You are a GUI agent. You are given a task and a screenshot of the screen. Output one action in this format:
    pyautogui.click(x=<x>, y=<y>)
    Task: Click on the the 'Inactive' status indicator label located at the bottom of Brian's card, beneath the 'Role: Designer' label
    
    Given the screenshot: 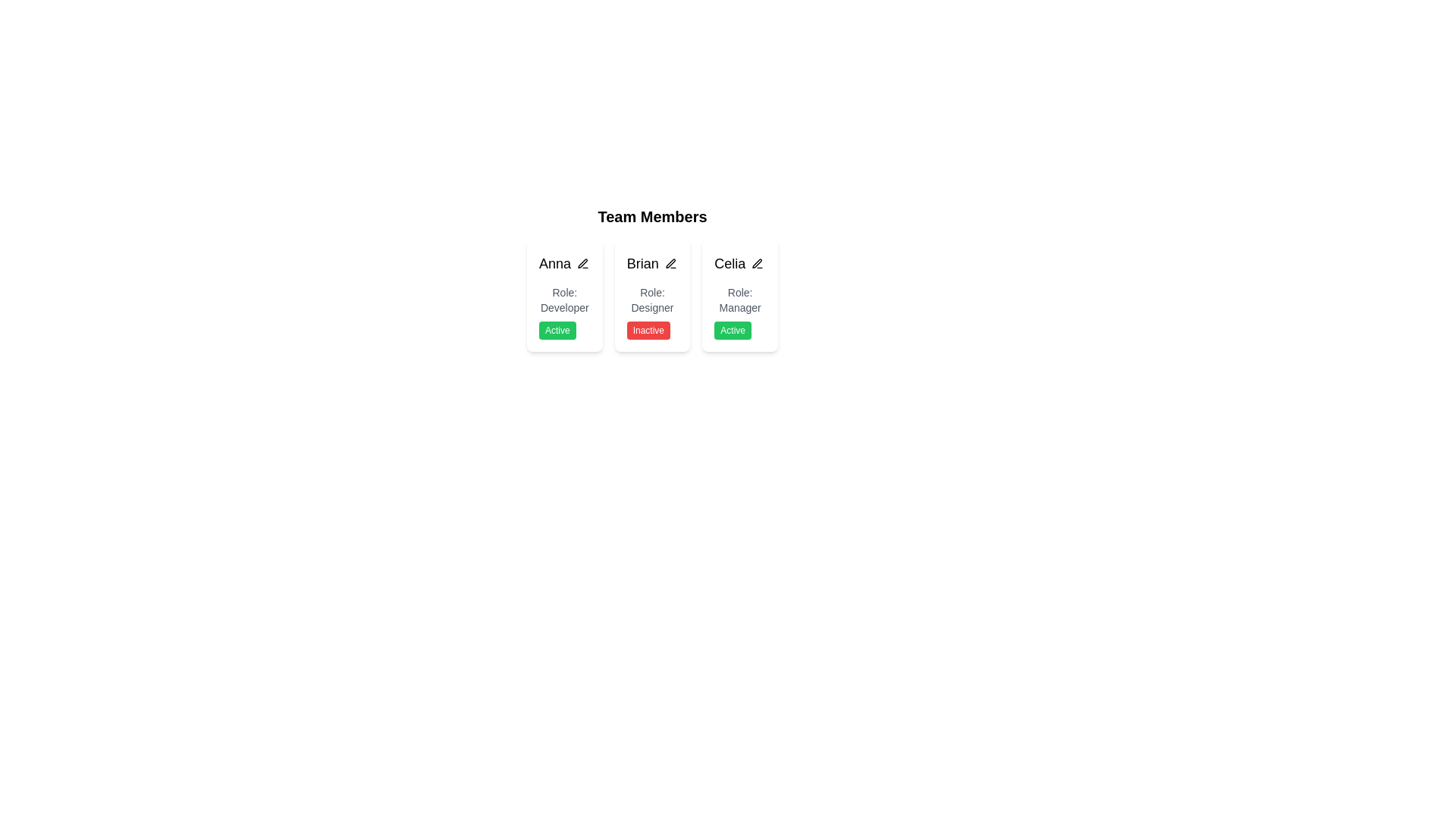 What is the action you would take?
    pyautogui.click(x=648, y=329)
    